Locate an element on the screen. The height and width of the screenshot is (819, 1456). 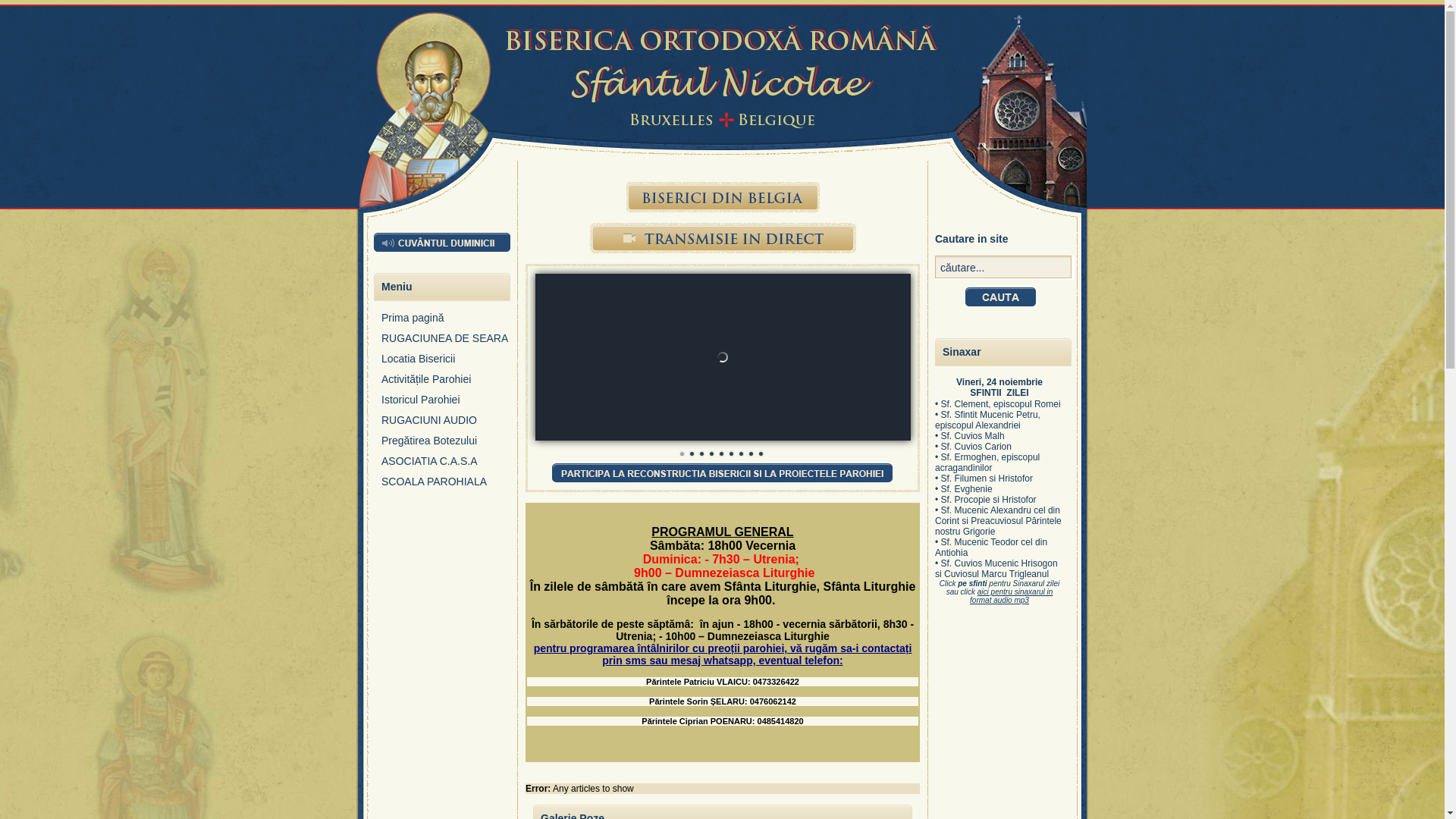
'aici pentru sinaxarul in format audio mp3' is located at coordinates (1011, 595).